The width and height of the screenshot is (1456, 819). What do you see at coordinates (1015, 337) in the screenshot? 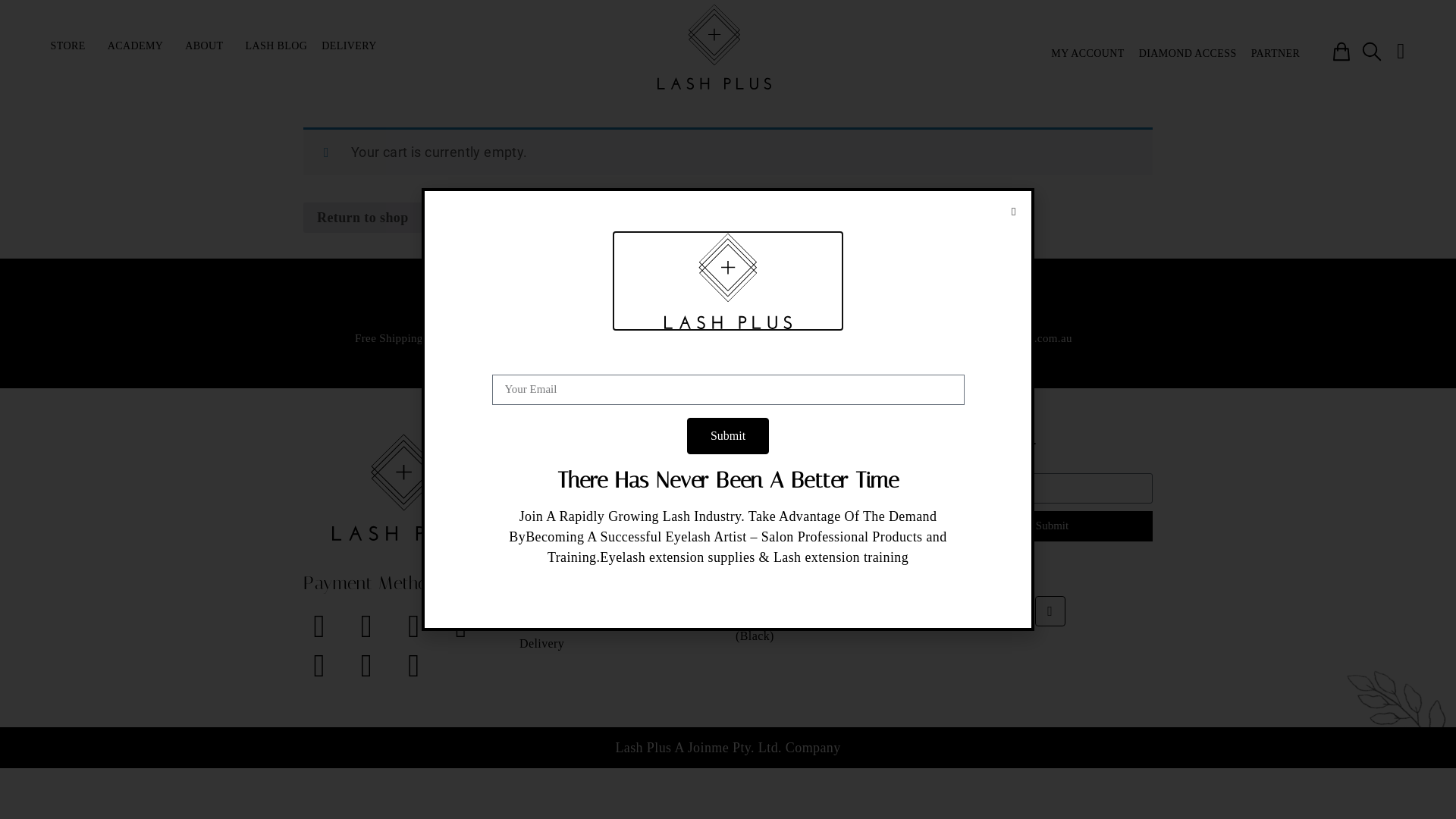
I see `'sales@lashplus.com.au'` at bounding box center [1015, 337].